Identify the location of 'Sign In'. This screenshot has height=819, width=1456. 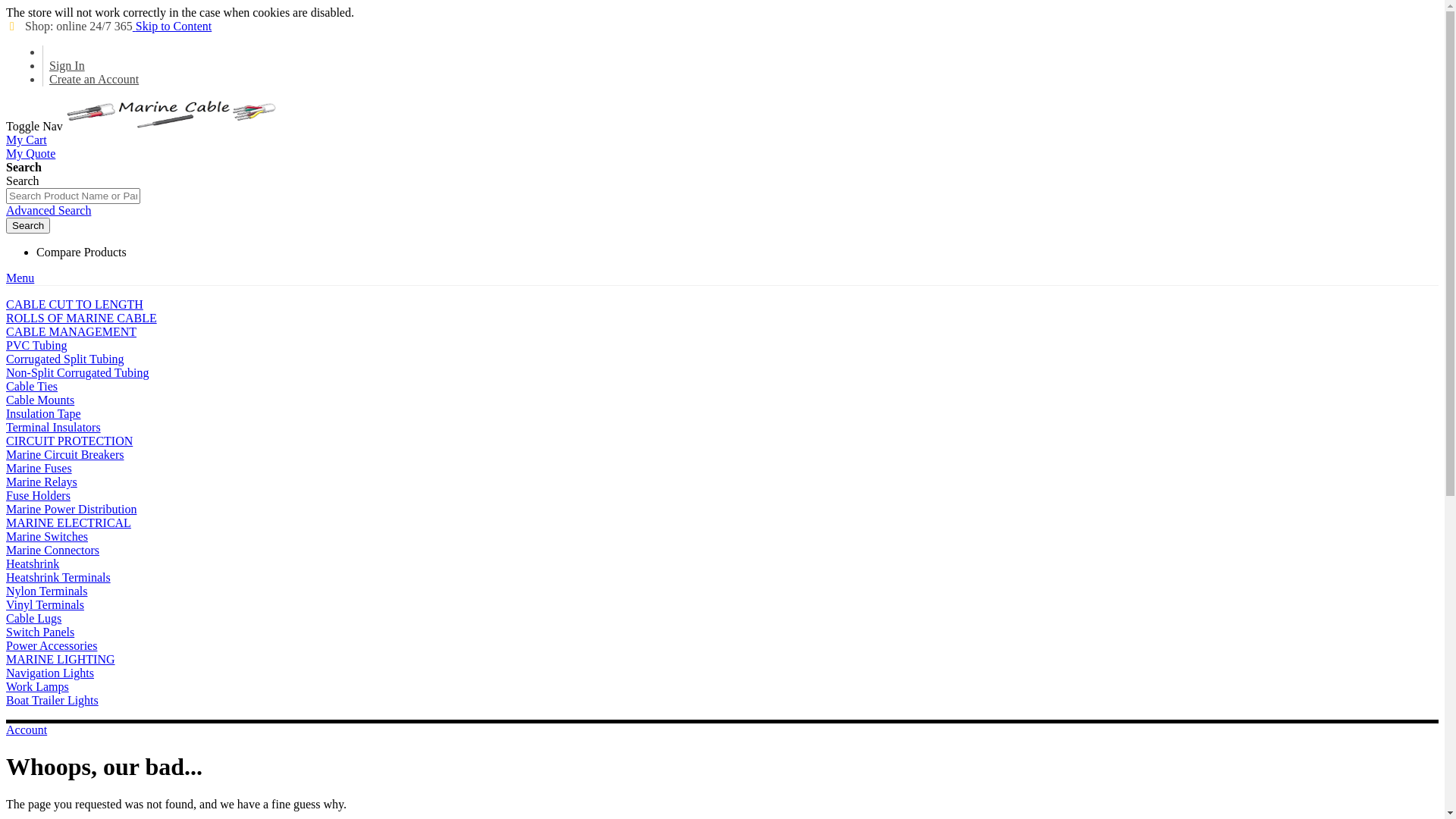
(49, 64).